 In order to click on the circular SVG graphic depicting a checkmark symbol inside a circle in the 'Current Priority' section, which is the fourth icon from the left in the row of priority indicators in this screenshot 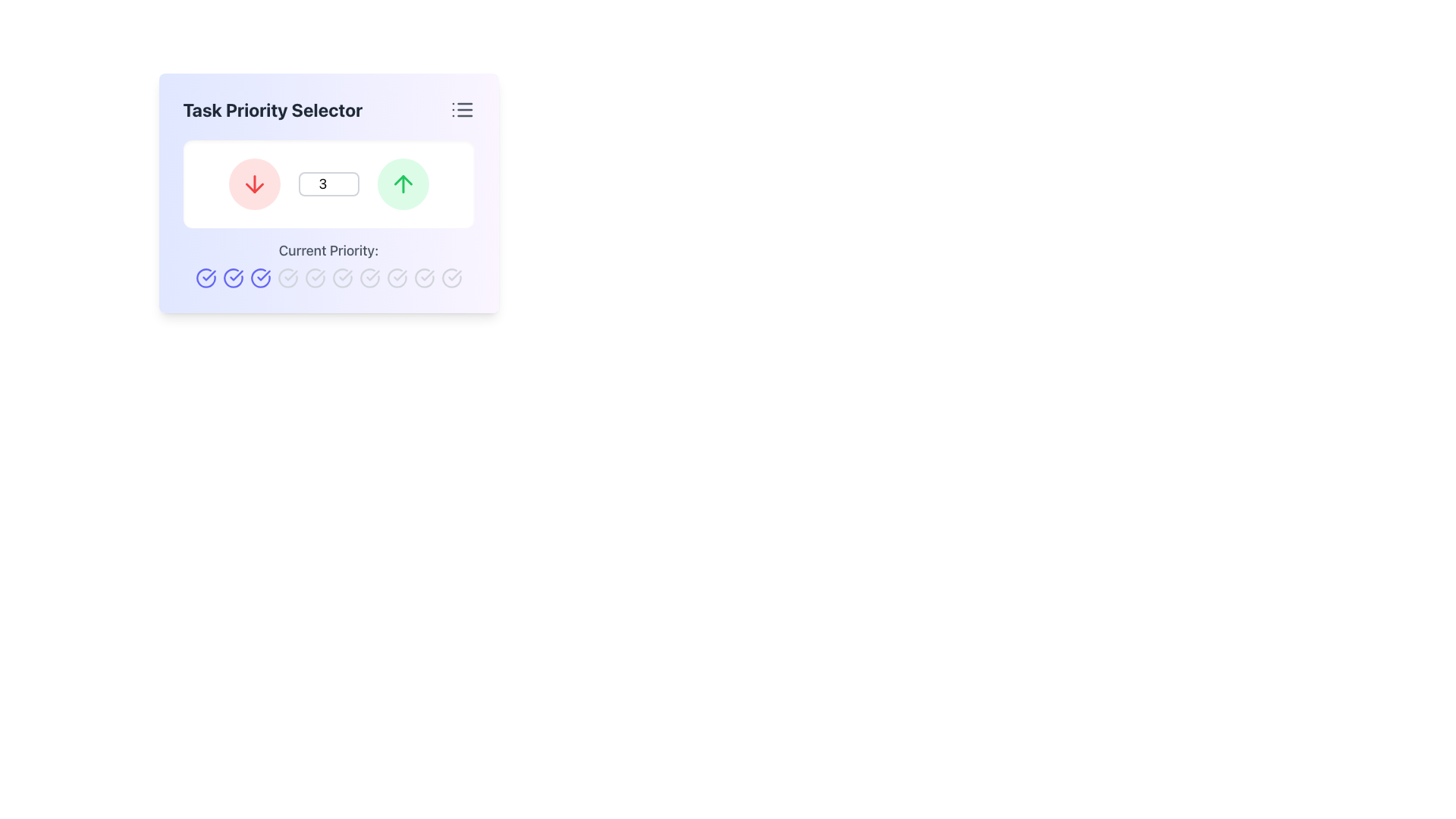, I will do `click(287, 278)`.